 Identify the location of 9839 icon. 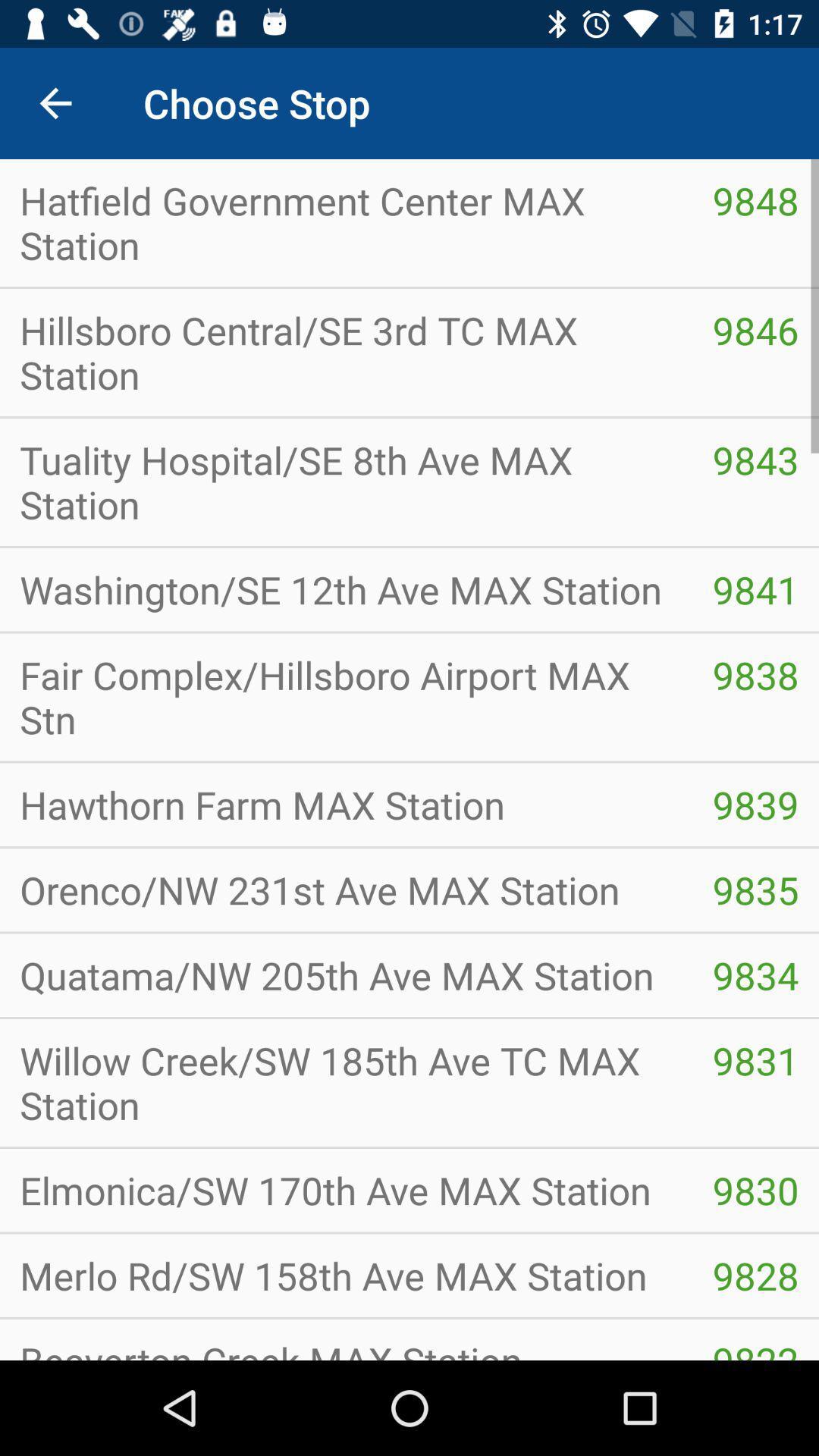
(755, 804).